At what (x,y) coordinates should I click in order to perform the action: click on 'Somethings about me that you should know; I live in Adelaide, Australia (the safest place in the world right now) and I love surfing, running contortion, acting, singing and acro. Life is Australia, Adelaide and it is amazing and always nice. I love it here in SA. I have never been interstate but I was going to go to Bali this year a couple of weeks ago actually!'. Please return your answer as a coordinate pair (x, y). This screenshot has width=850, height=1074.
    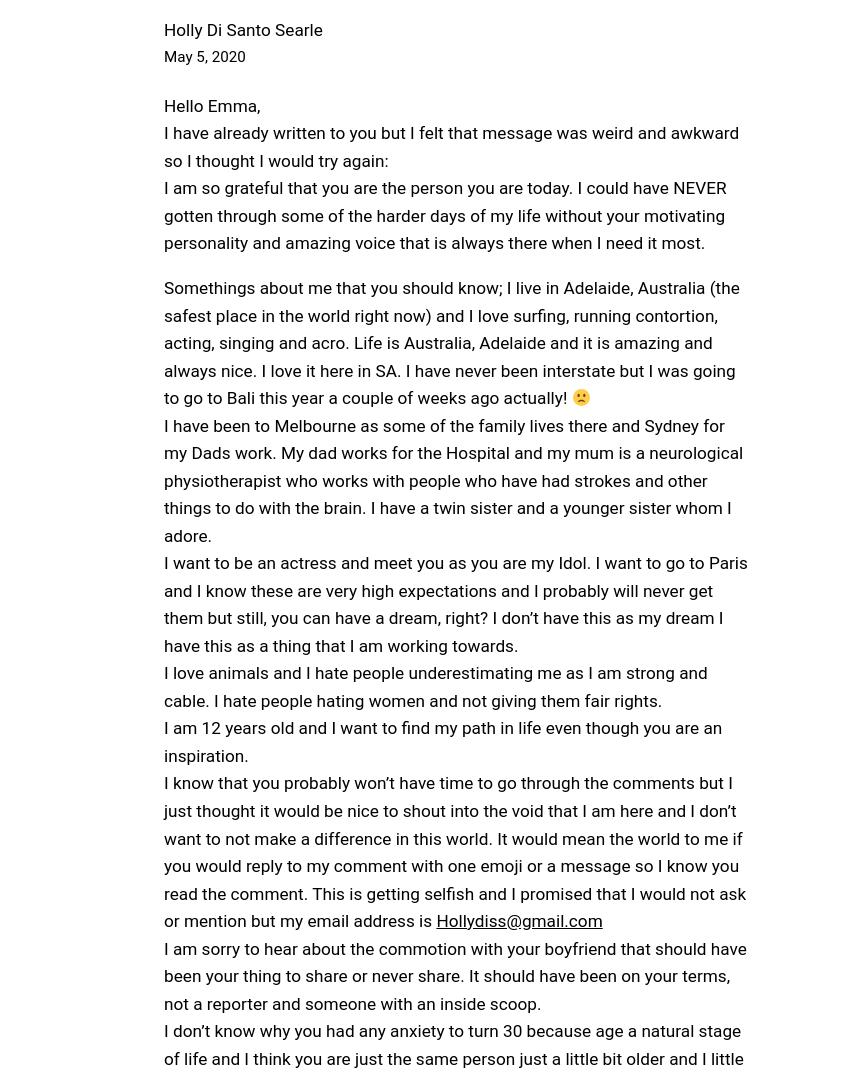
    Looking at the image, I should click on (450, 342).